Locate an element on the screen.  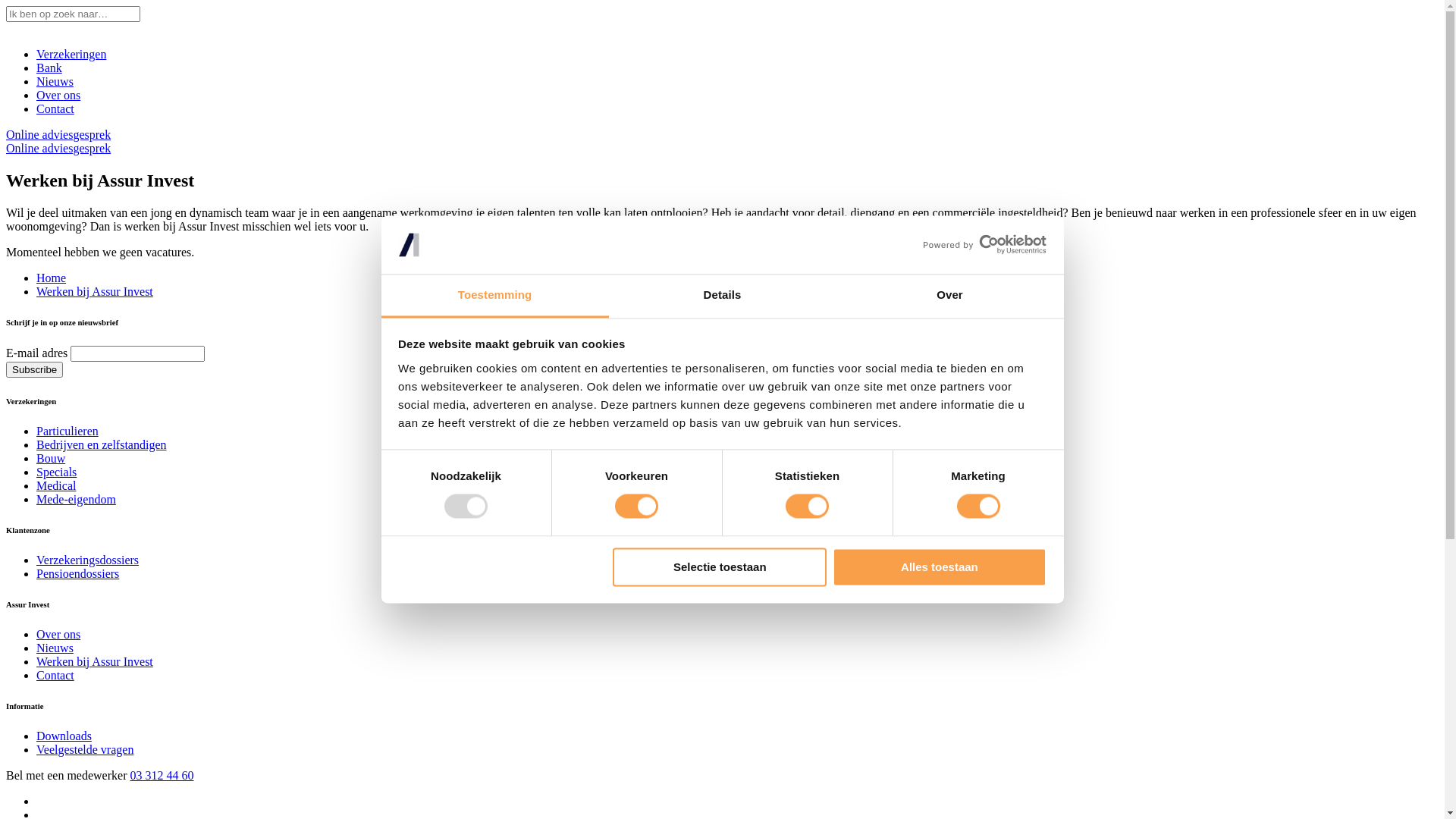
'Home' is located at coordinates (36, 278).